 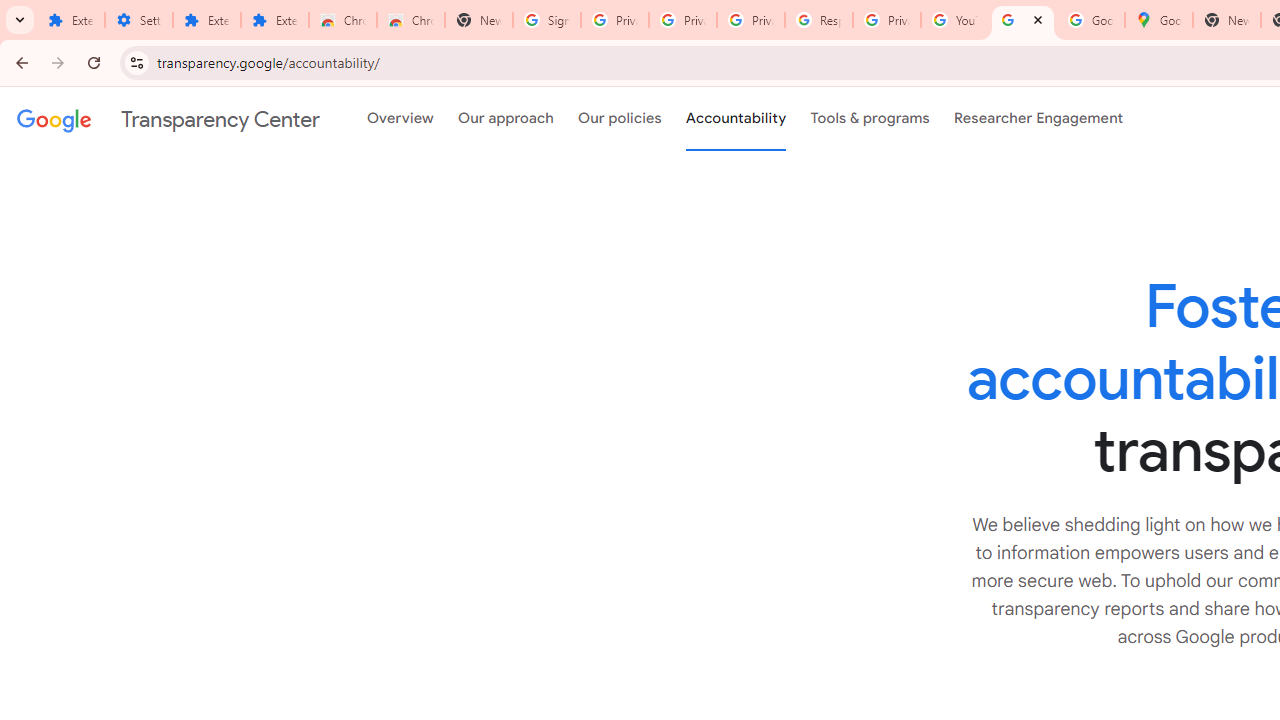 I want to click on 'New Tab', so click(x=478, y=20).